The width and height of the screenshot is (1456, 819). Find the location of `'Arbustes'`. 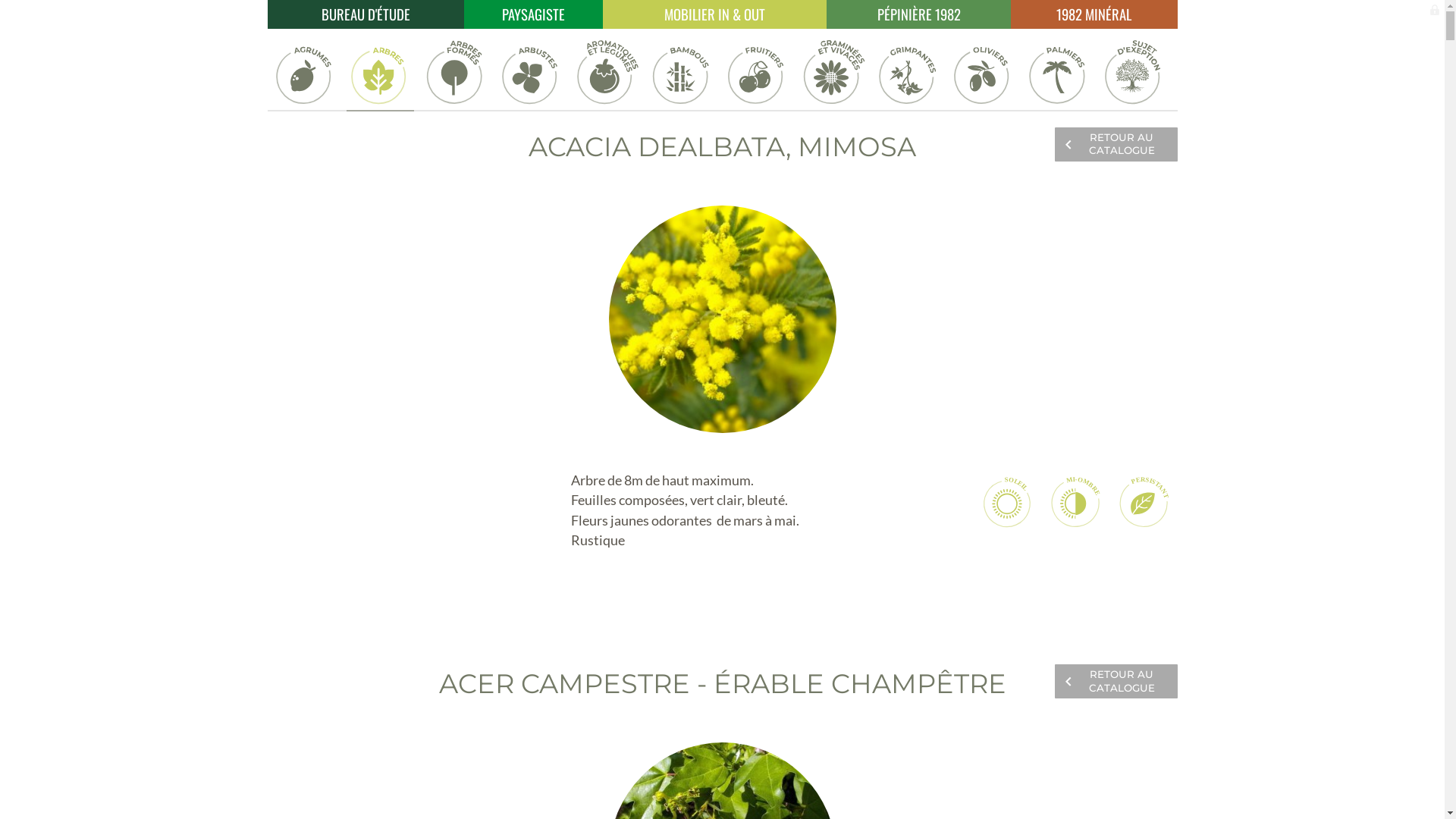

'Arbustes' is located at coordinates (531, 73).